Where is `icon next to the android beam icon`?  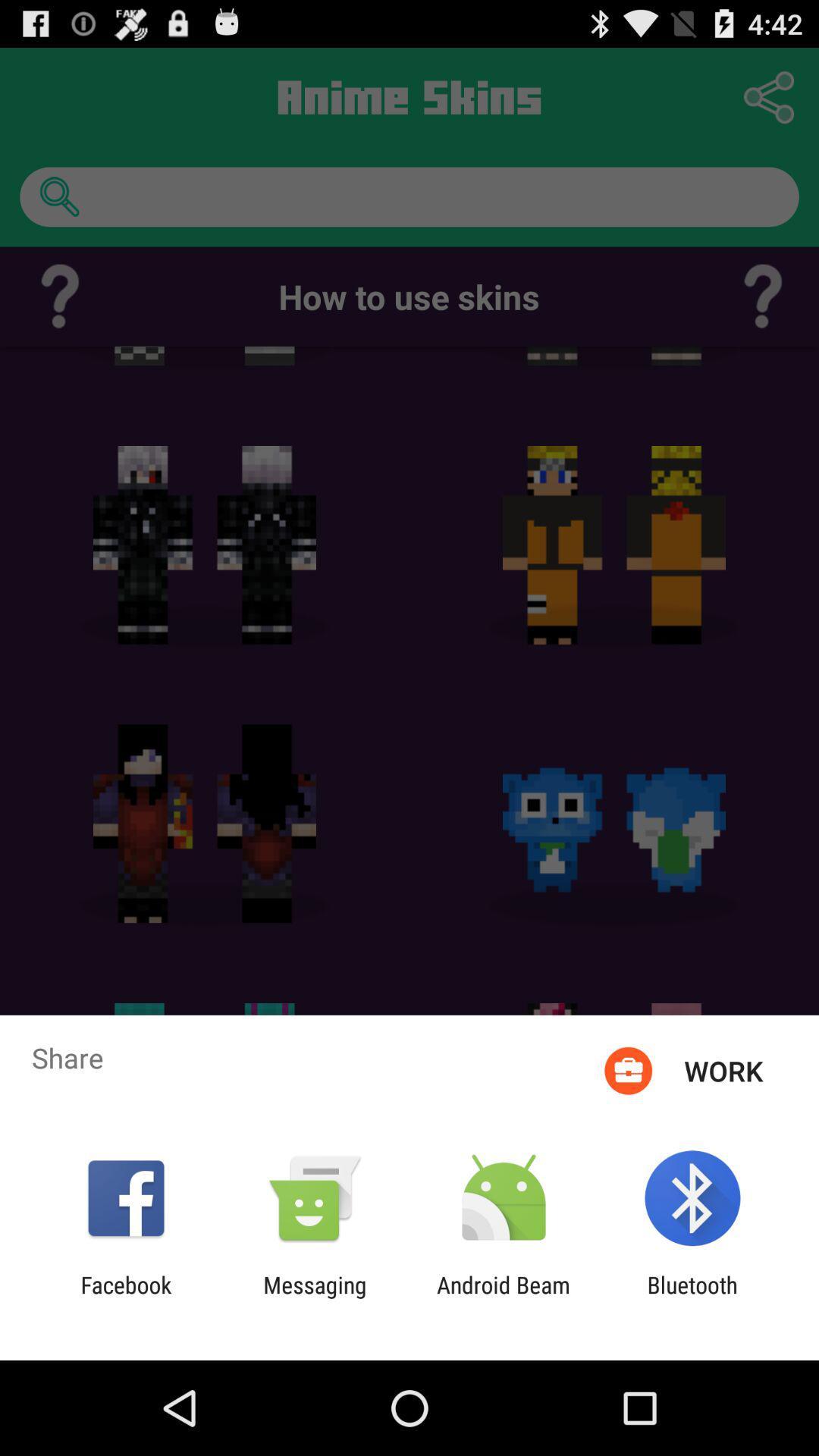
icon next to the android beam icon is located at coordinates (314, 1298).